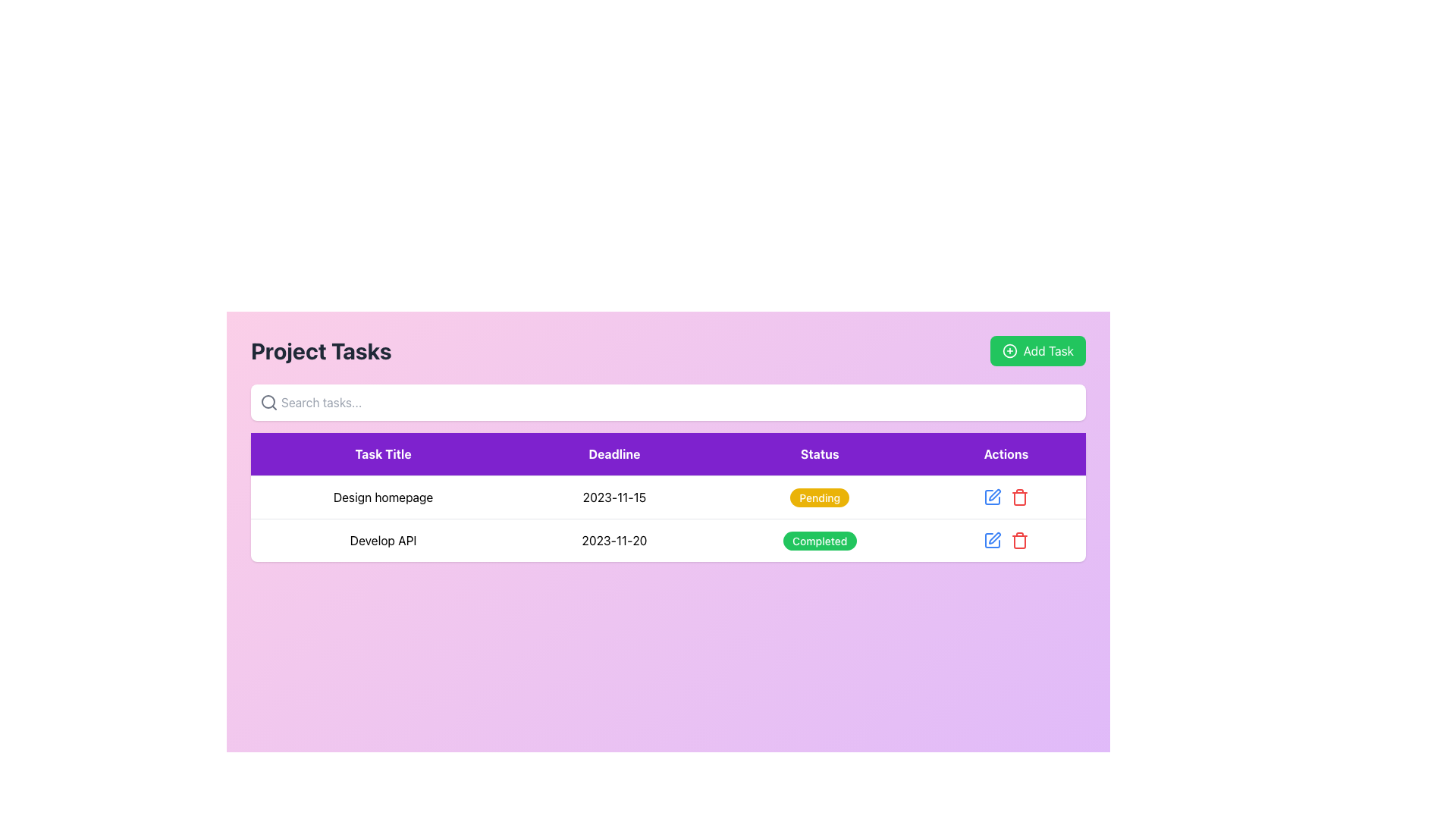 Image resolution: width=1456 pixels, height=819 pixels. I want to click on the edit icon button located in the second row of the 'Actions' column of the task table, so click(992, 540).